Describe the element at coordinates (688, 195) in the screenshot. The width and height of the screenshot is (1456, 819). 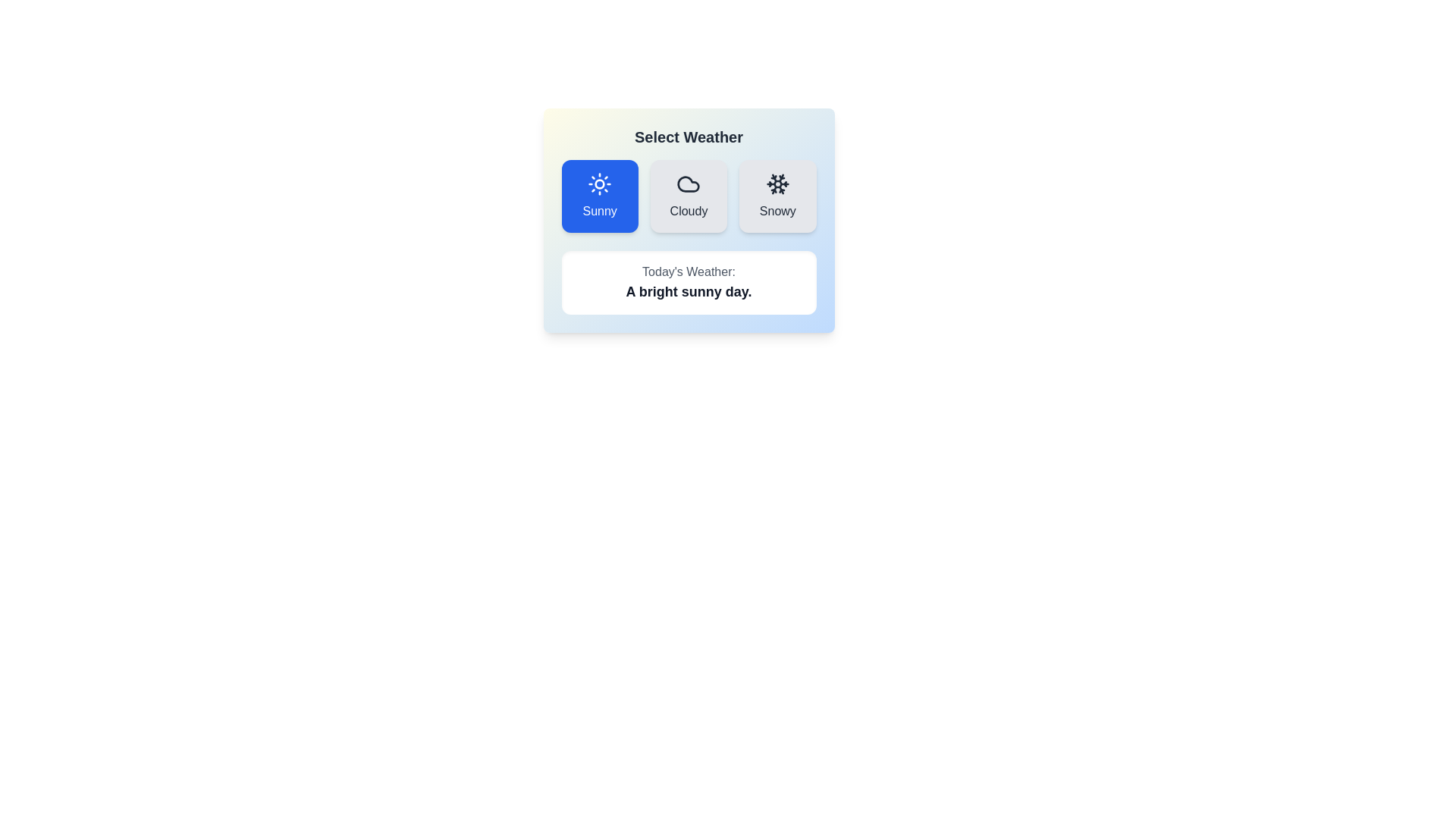
I see `the icon and label for the weather option 'Cloudy'` at that location.